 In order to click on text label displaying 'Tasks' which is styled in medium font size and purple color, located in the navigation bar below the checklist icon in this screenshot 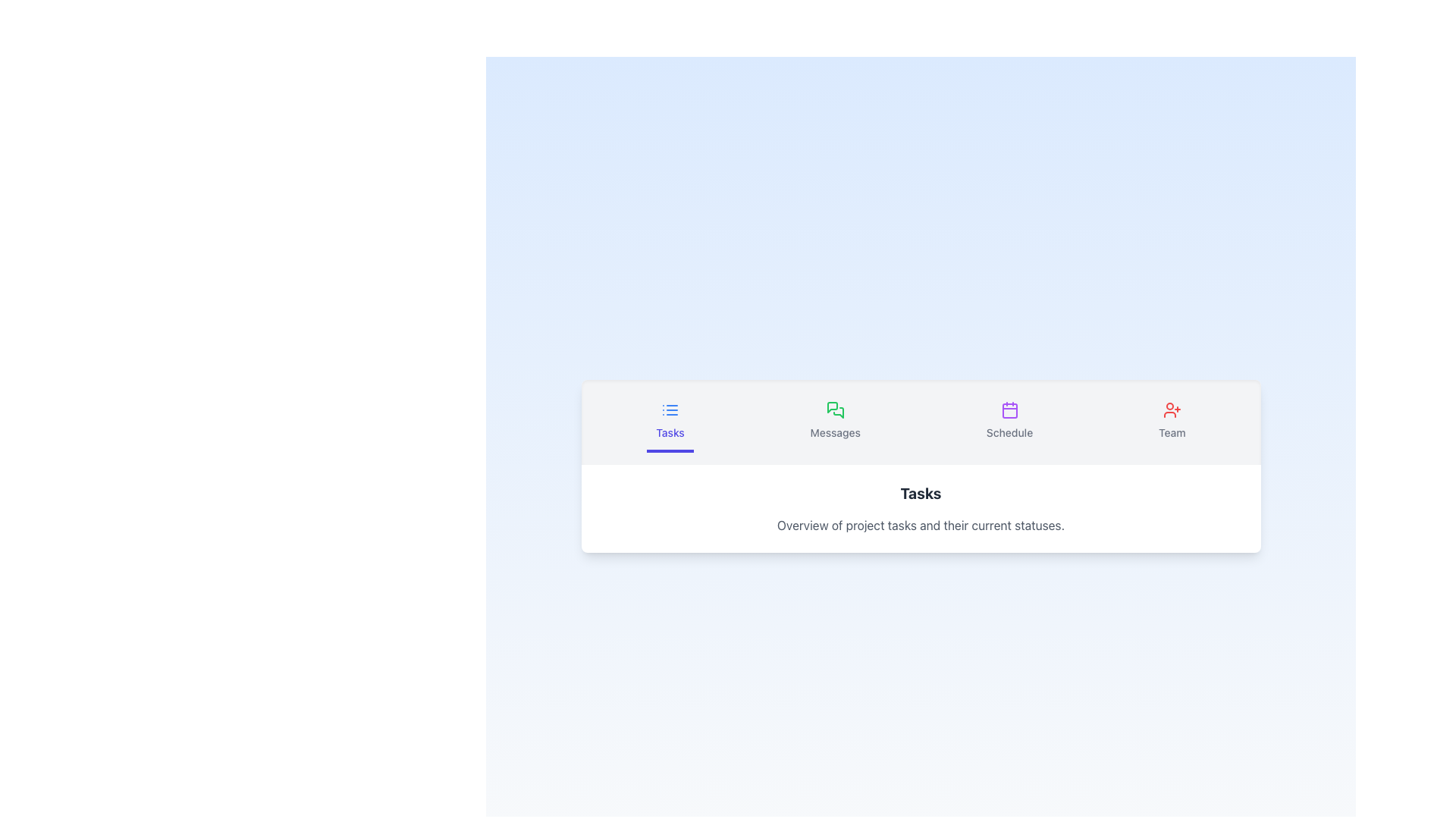, I will do `click(670, 432)`.